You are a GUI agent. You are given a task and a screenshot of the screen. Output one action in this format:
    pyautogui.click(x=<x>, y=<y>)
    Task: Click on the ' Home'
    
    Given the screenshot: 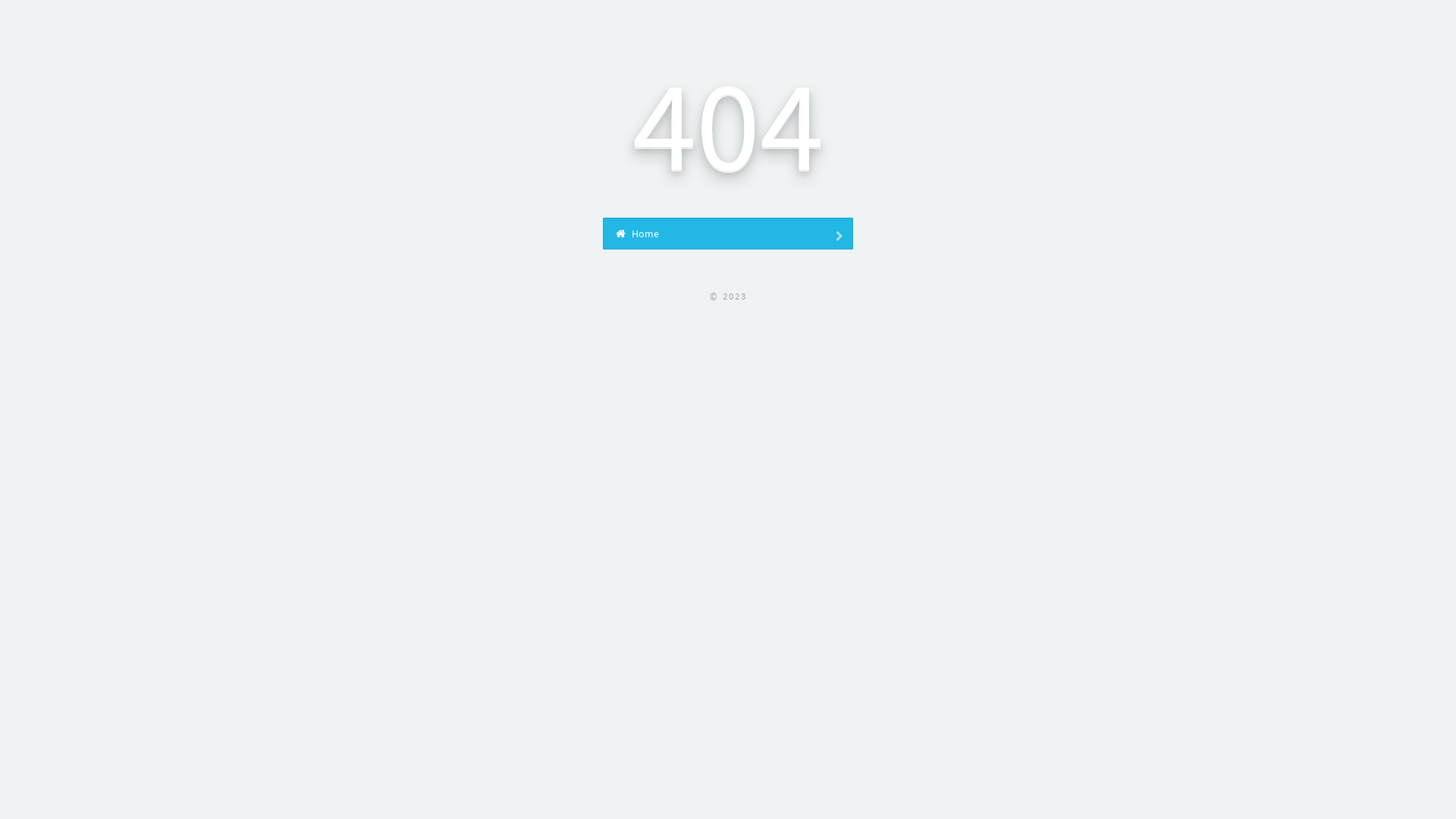 What is the action you would take?
    pyautogui.click(x=728, y=234)
    